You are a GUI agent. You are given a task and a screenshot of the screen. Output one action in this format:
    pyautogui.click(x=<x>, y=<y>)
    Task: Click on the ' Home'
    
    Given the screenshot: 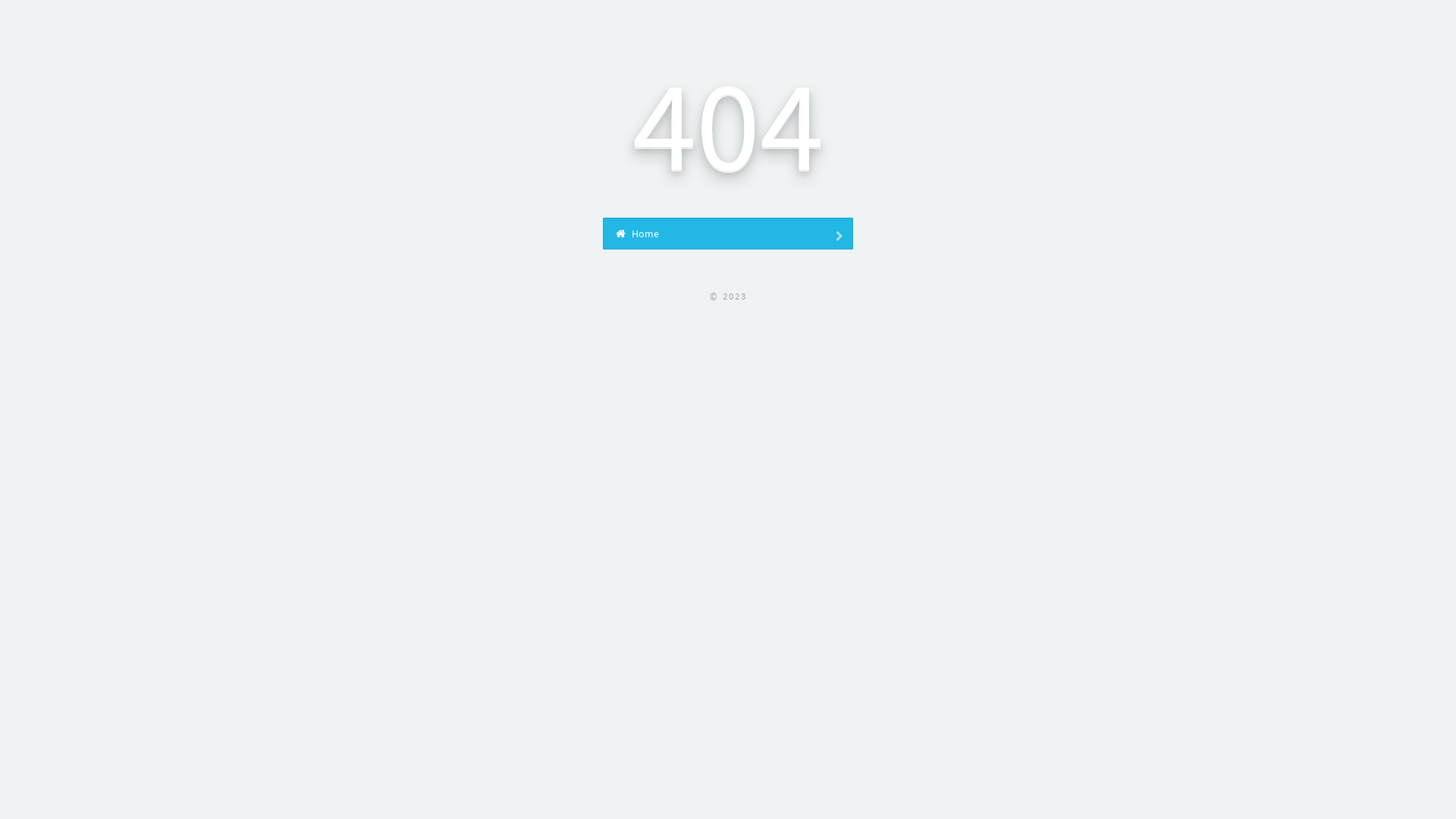 What is the action you would take?
    pyautogui.click(x=728, y=234)
    